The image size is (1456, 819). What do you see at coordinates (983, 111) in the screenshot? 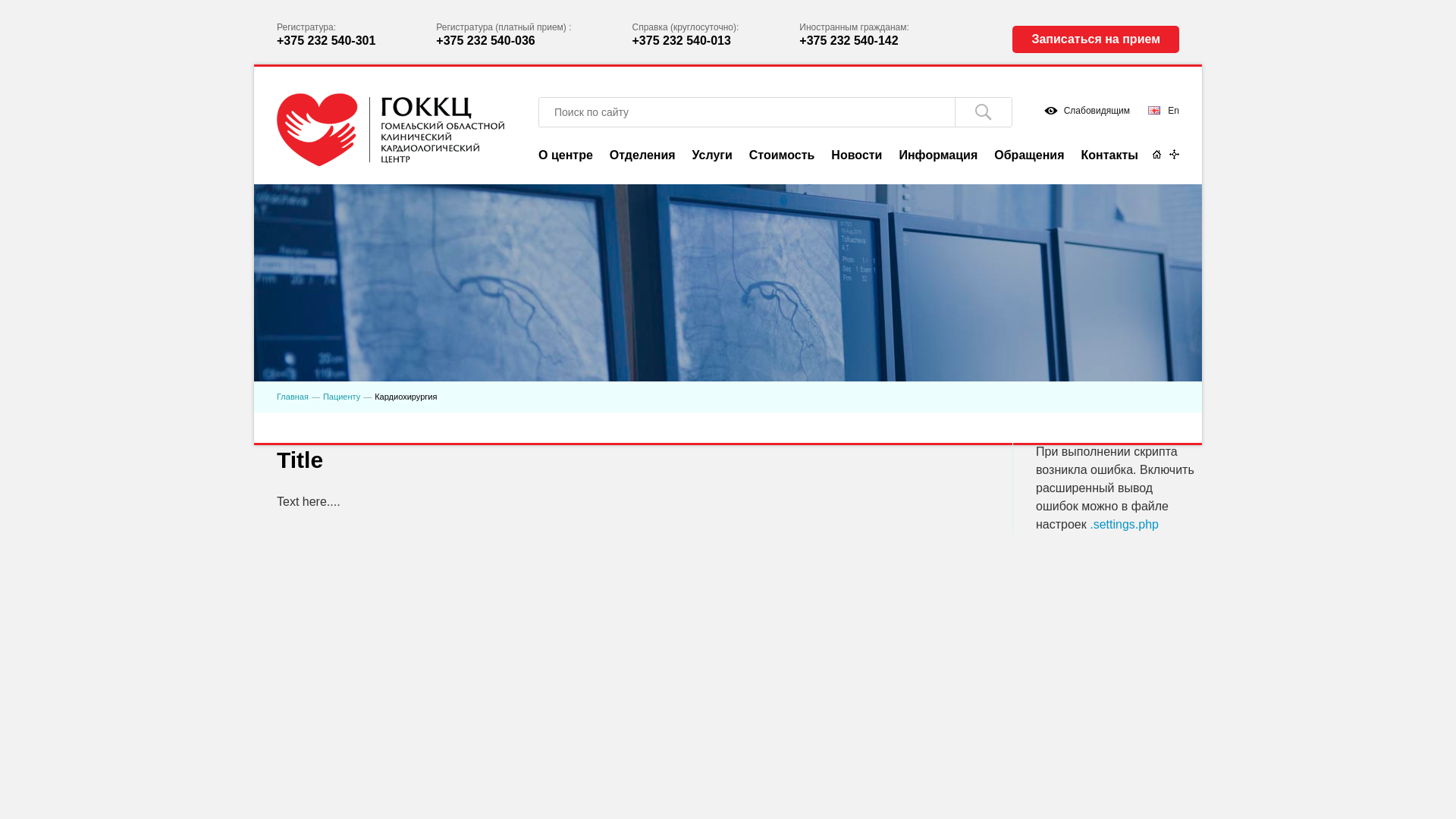
I see `' '` at bounding box center [983, 111].